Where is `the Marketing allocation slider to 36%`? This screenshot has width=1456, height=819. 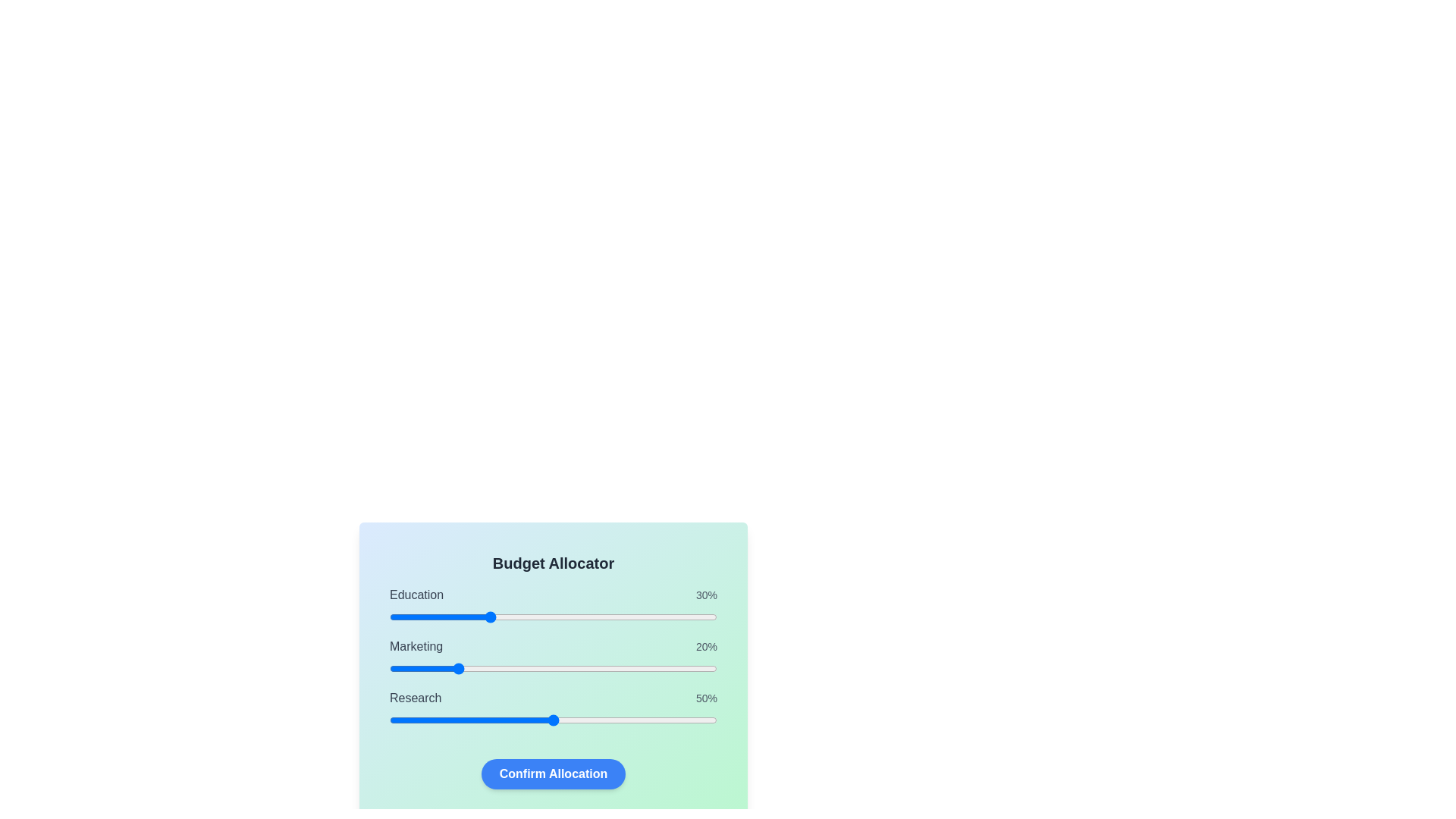
the Marketing allocation slider to 36% is located at coordinates (507, 668).